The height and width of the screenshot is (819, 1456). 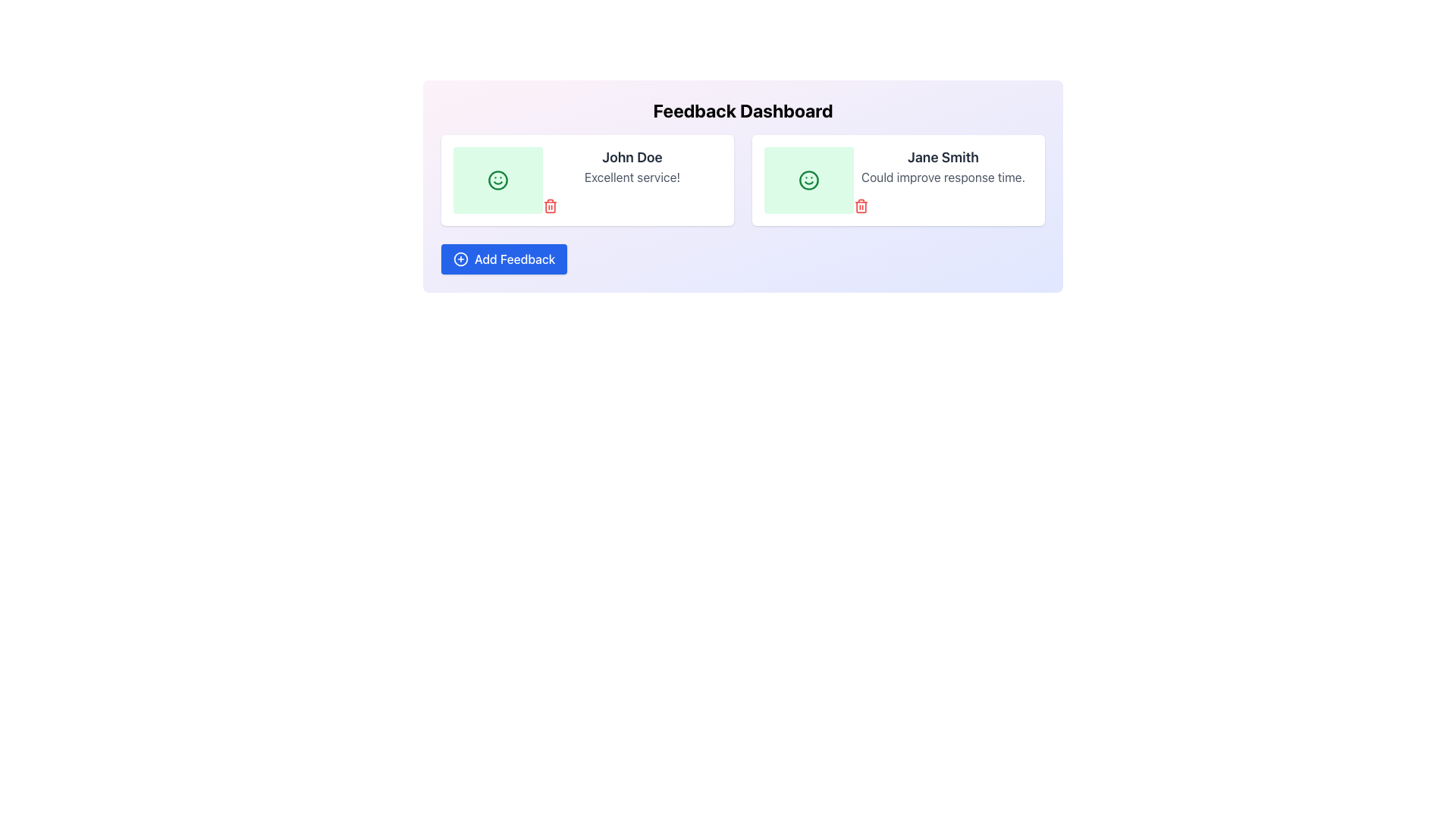 What do you see at coordinates (942, 177) in the screenshot?
I see `gray text label that says 'Could improve response time.' located within the right-hand side feedback card below the user's name 'Jane Smith' and above a small trash icon` at bounding box center [942, 177].